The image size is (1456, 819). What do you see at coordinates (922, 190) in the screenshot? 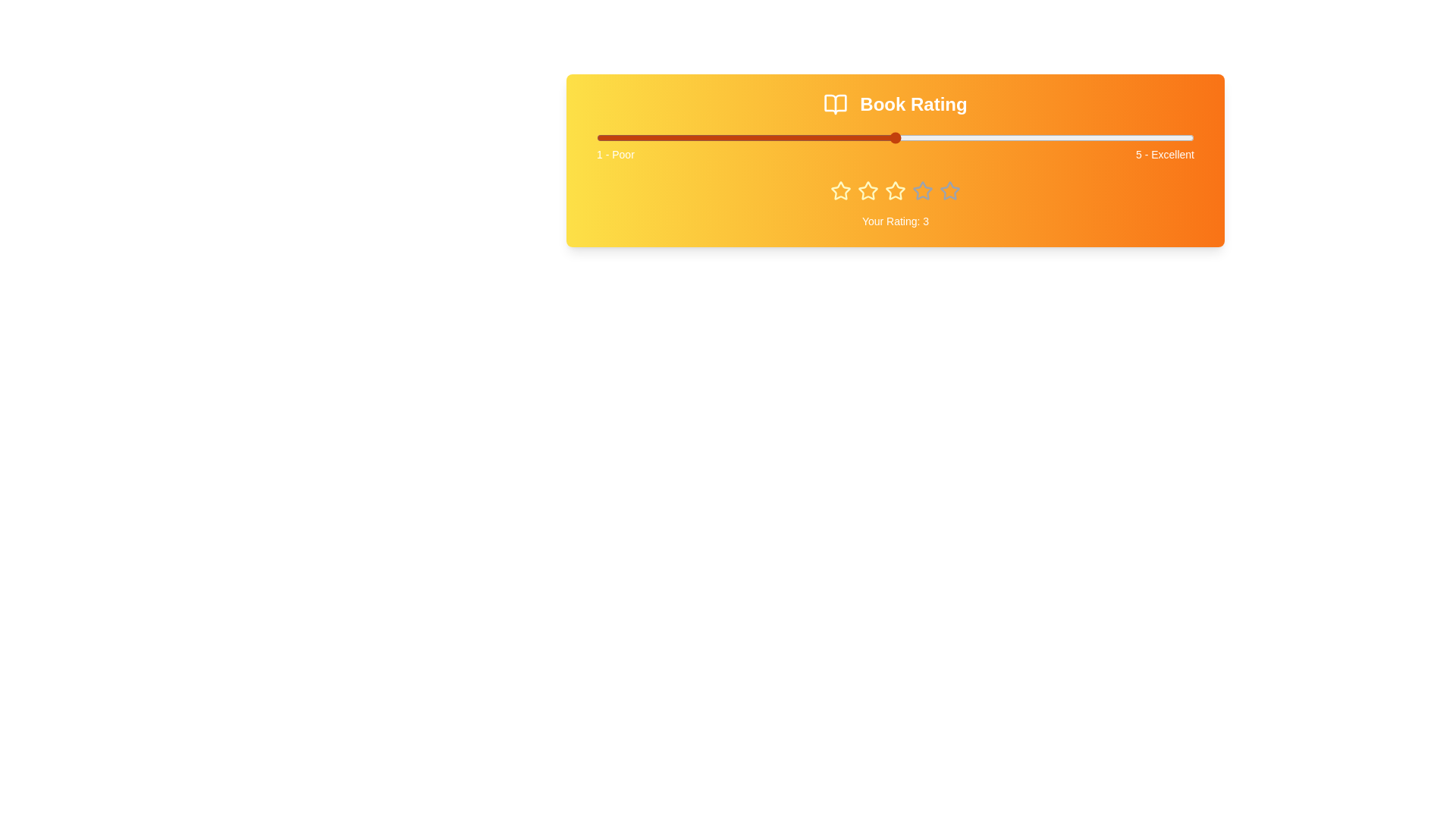
I see `the star icon representing the third rating level in a five-point scale, which indicates a selected rating of 3` at bounding box center [922, 190].